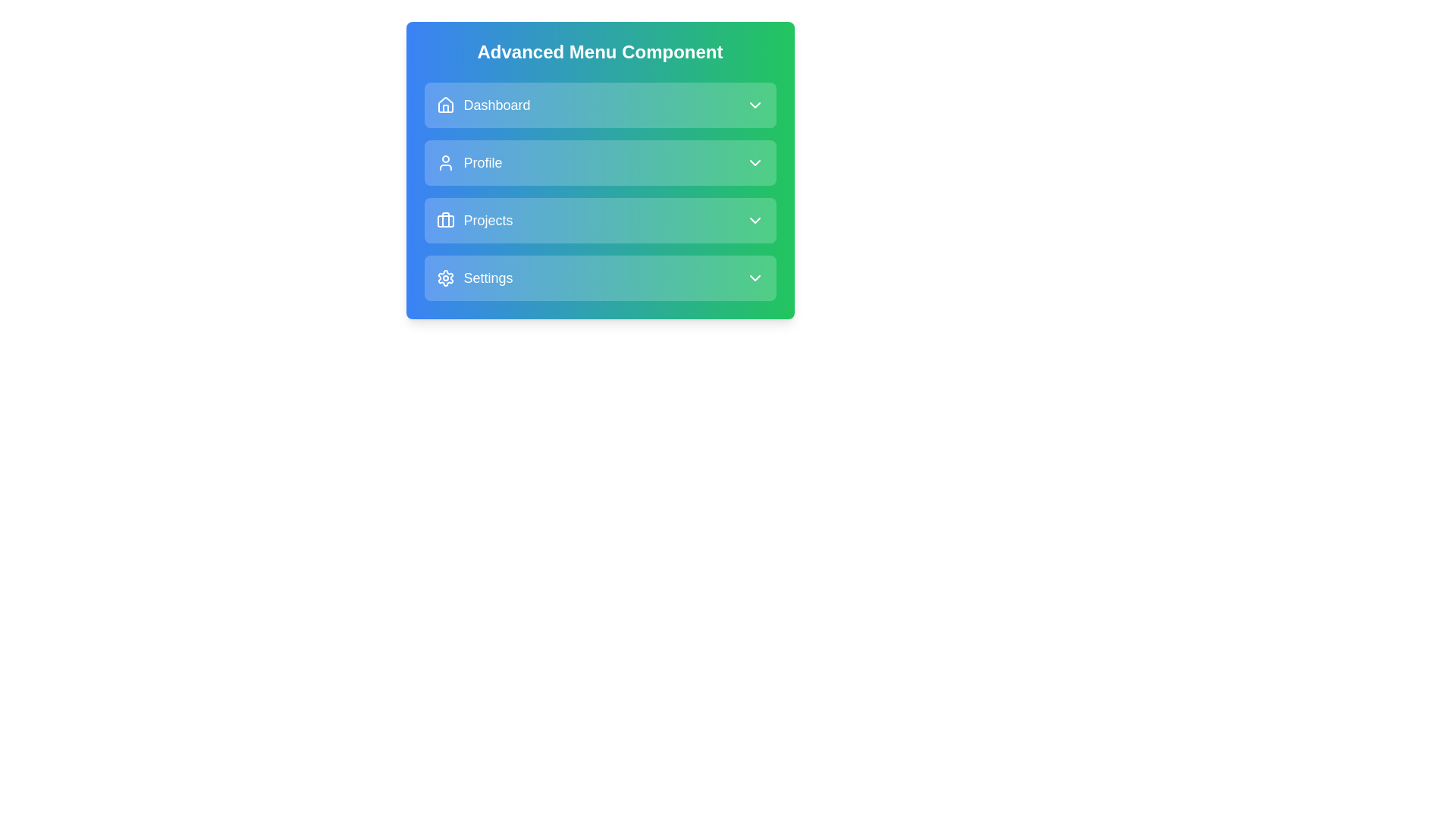  What do you see at coordinates (755, 104) in the screenshot?
I see `the downward-pointing chevron icon with a black outline on a light green background, located next to the text 'Dashboard'` at bounding box center [755, 104].